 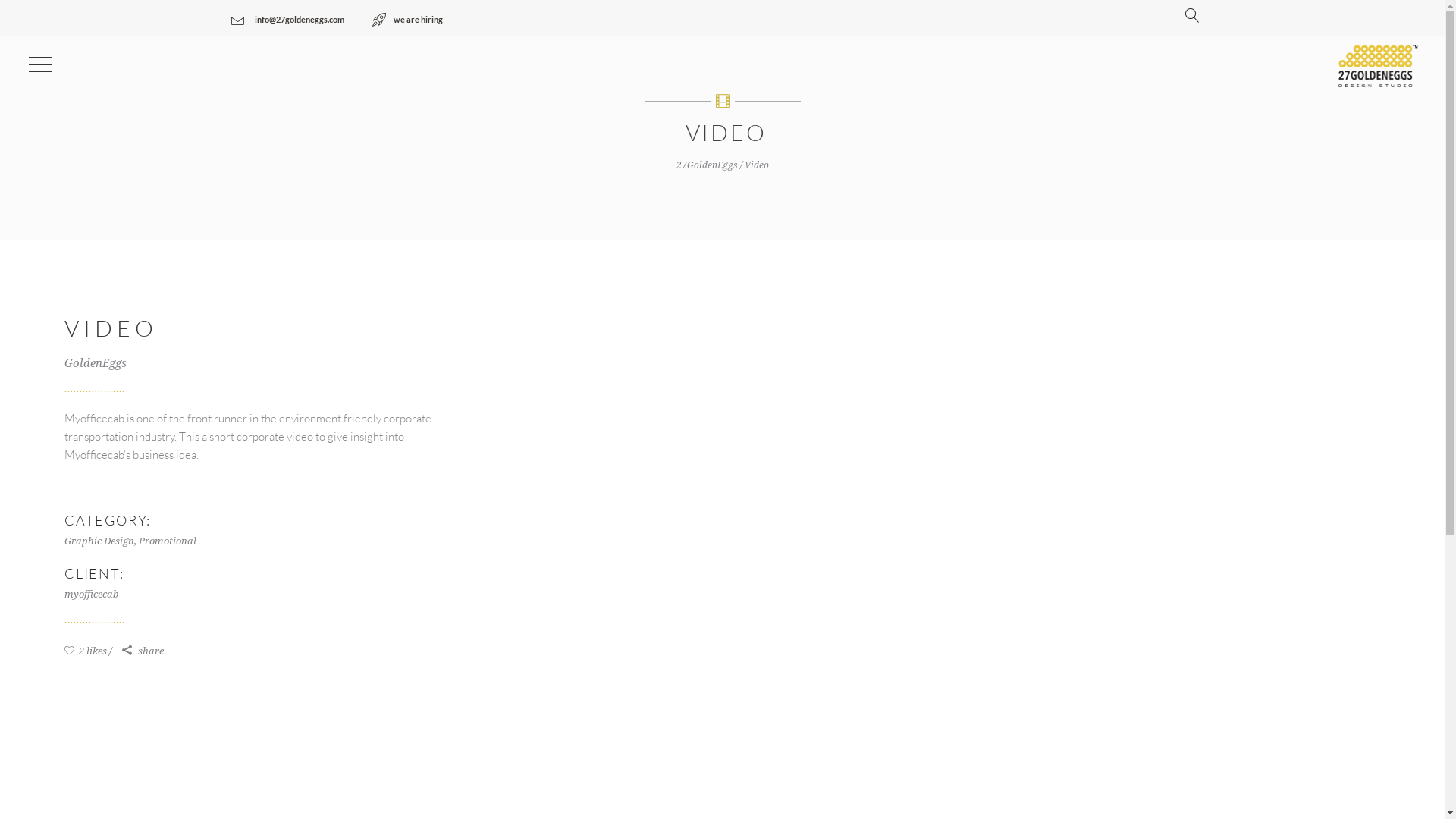 I want to click on 'U', so click(x=1069, y=402).